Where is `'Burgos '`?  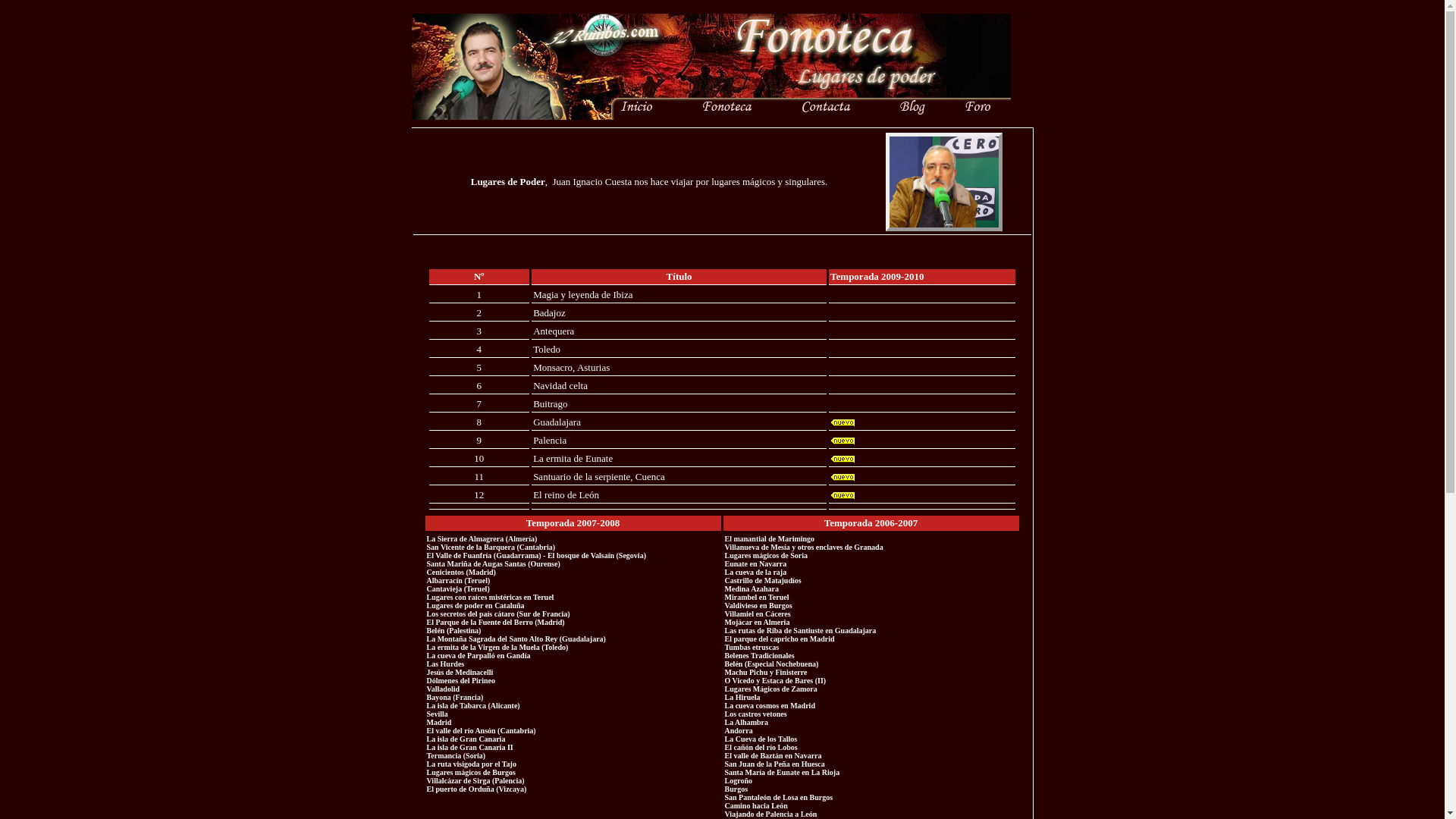 'Burgos ' is located at coordinates (723, 788).